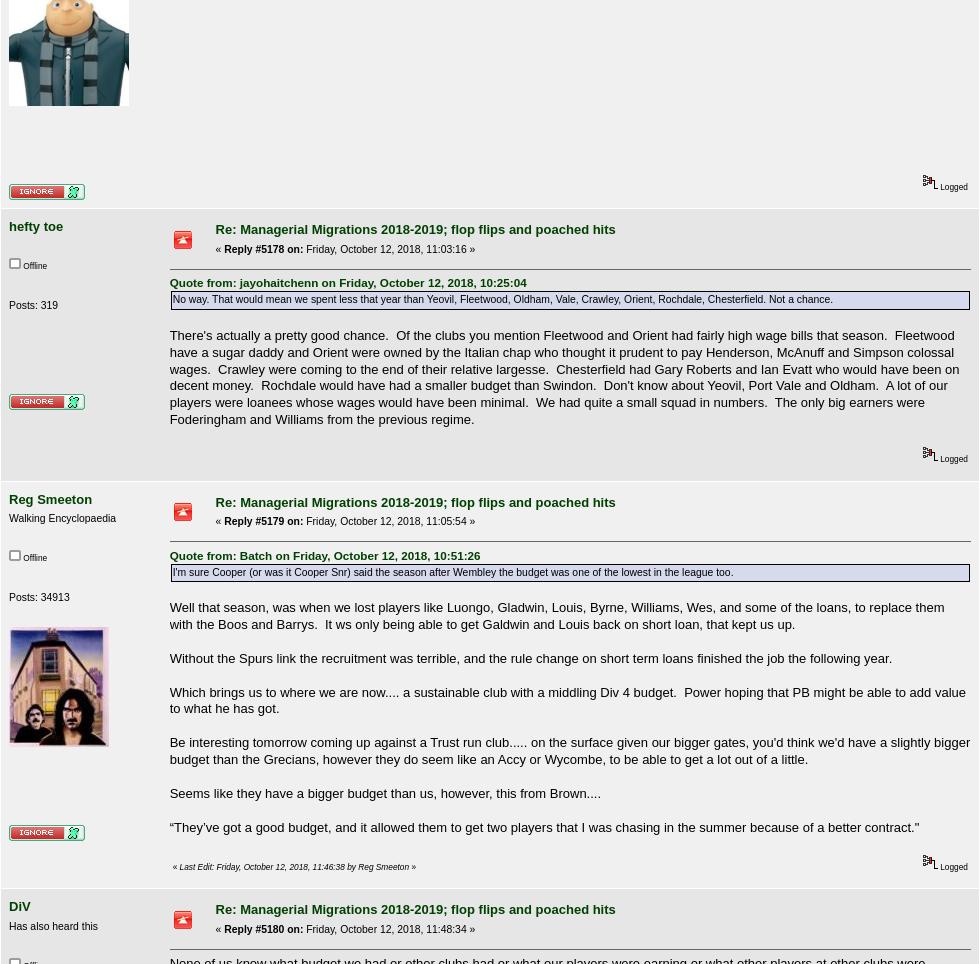 The image size is (980, 964). Describe the element at coordinates (388, 520) in the screenshot. I see `'Friday, October 12, 2018, 11:05:54 »'` at that location.